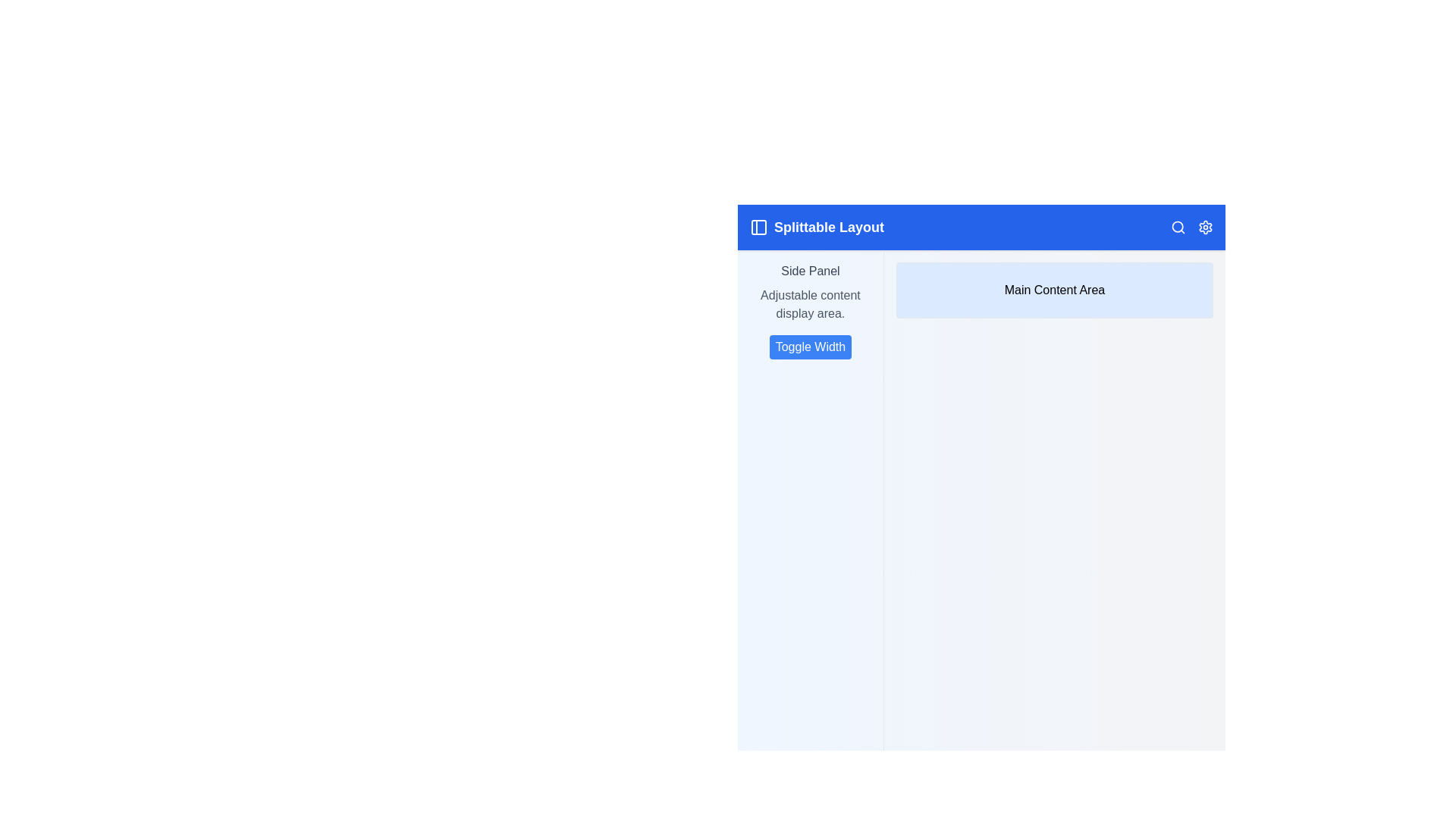  Describe the element at coordinates (1178, 227) in the screenshot. I see `the search icon represented by a magnifying glass in the header section` at that location.